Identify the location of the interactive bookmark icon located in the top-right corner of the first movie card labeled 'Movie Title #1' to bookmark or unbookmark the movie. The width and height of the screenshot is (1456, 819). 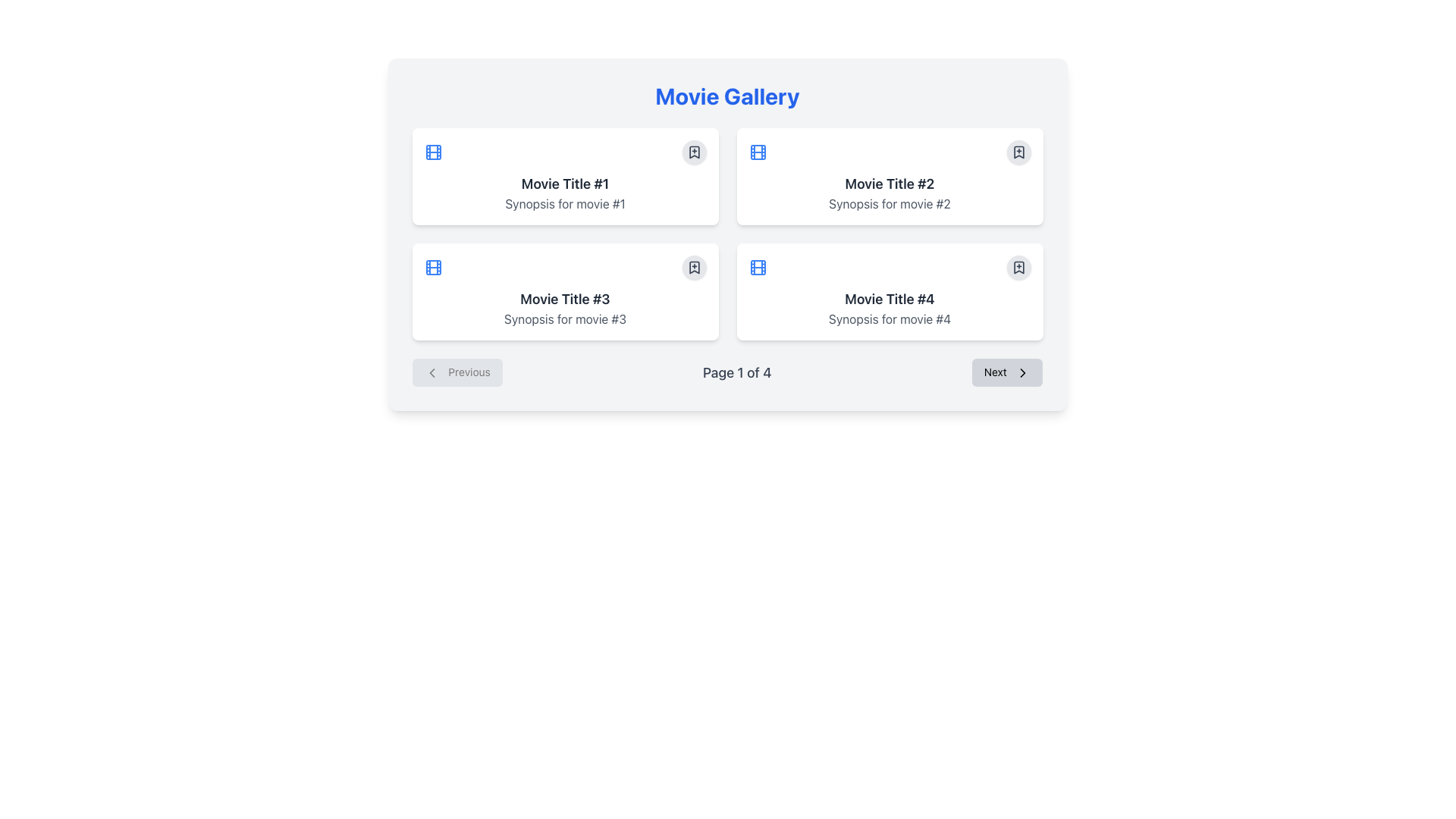
(693, 152).